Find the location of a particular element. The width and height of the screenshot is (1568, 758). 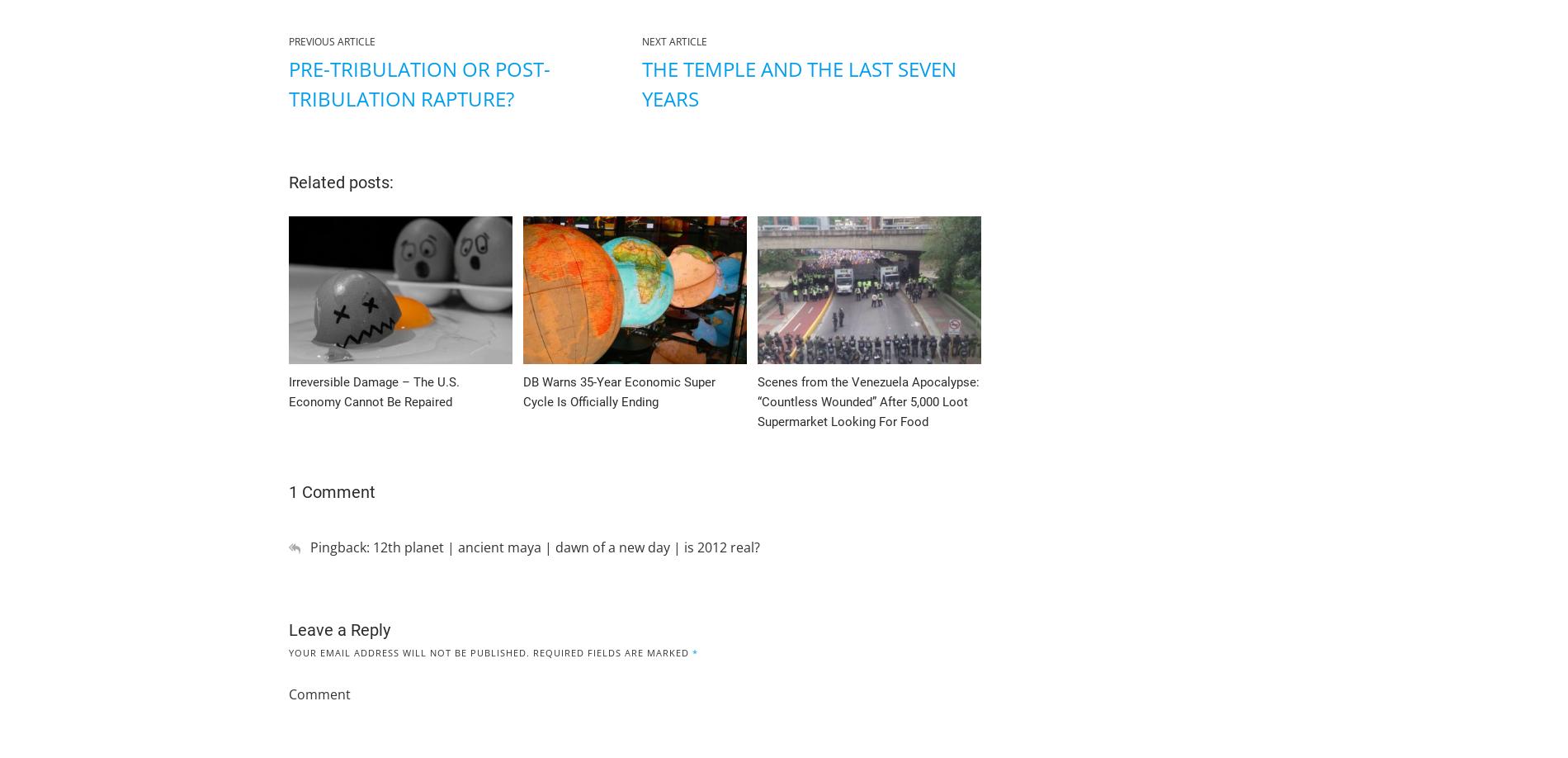

'Irreversible Damage – The U.S. Economy Cannot Be Repaired' is located at coordinates (373, 391).